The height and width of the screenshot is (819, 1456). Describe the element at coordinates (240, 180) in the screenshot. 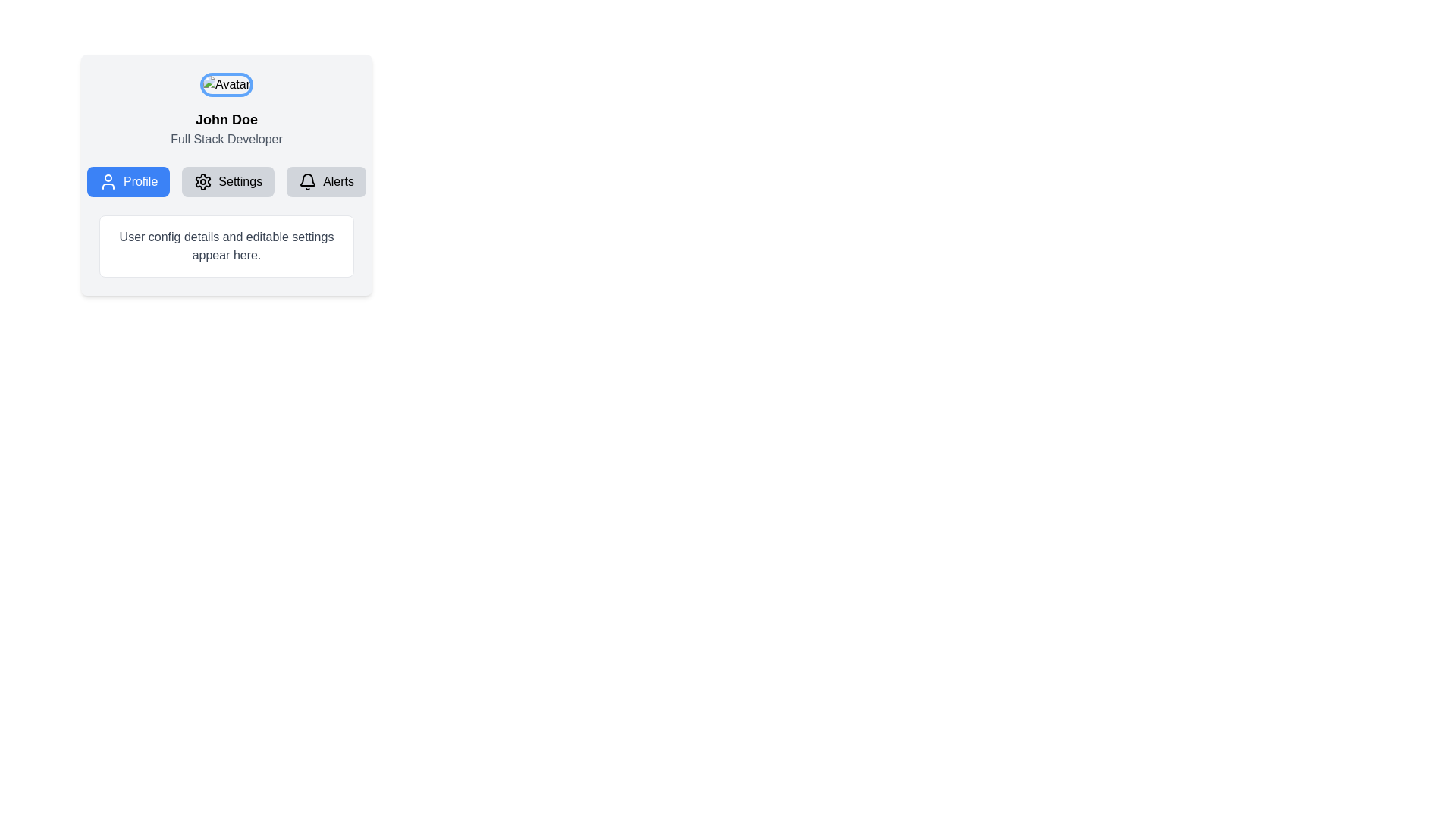

I see `the 'Settings' button, which is a text label within a navigation button located centrally among a group of buttons` at that location.